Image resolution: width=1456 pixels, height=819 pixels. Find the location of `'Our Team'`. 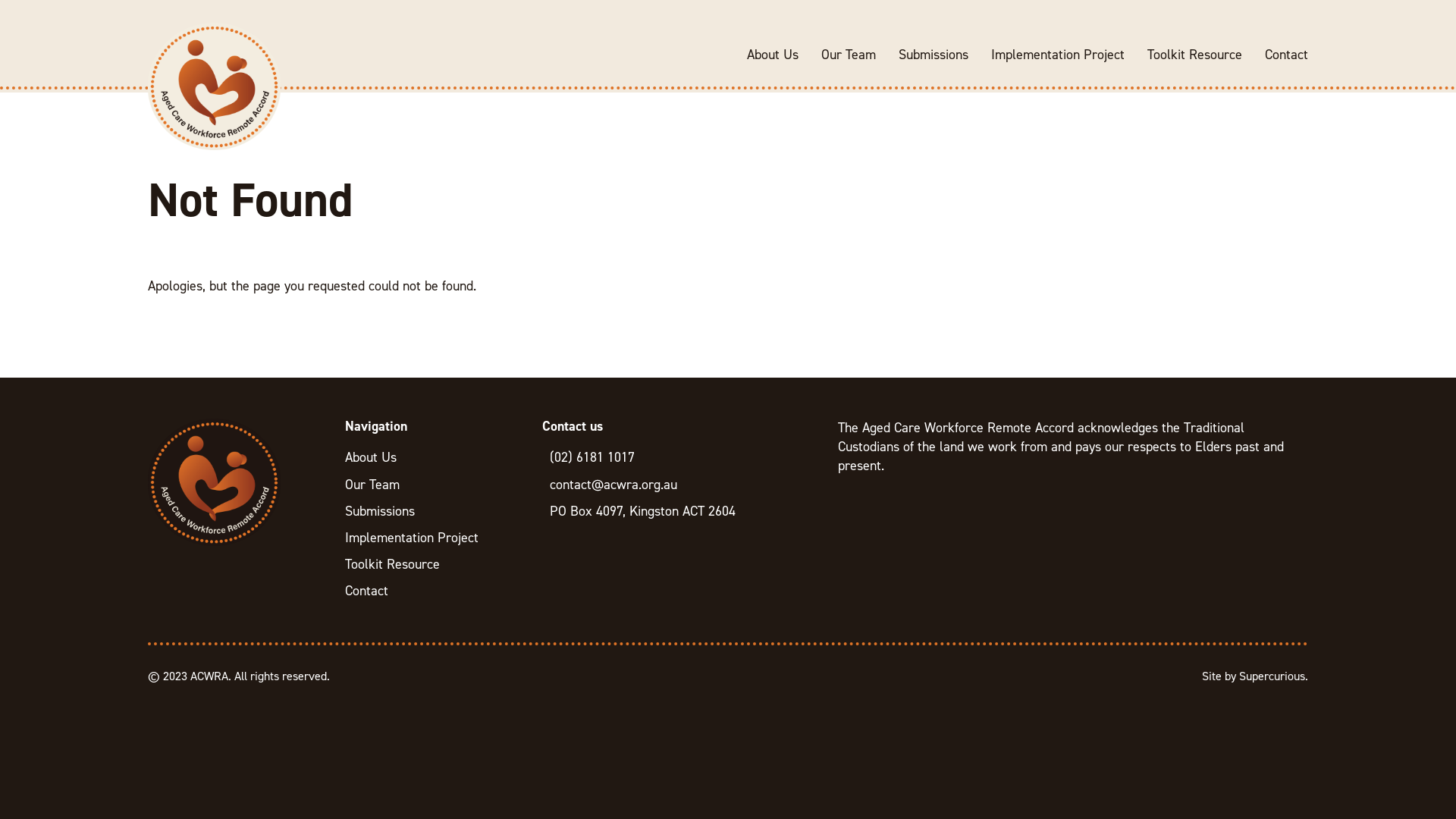

'Our Team' is located at coordinates (847, 54).